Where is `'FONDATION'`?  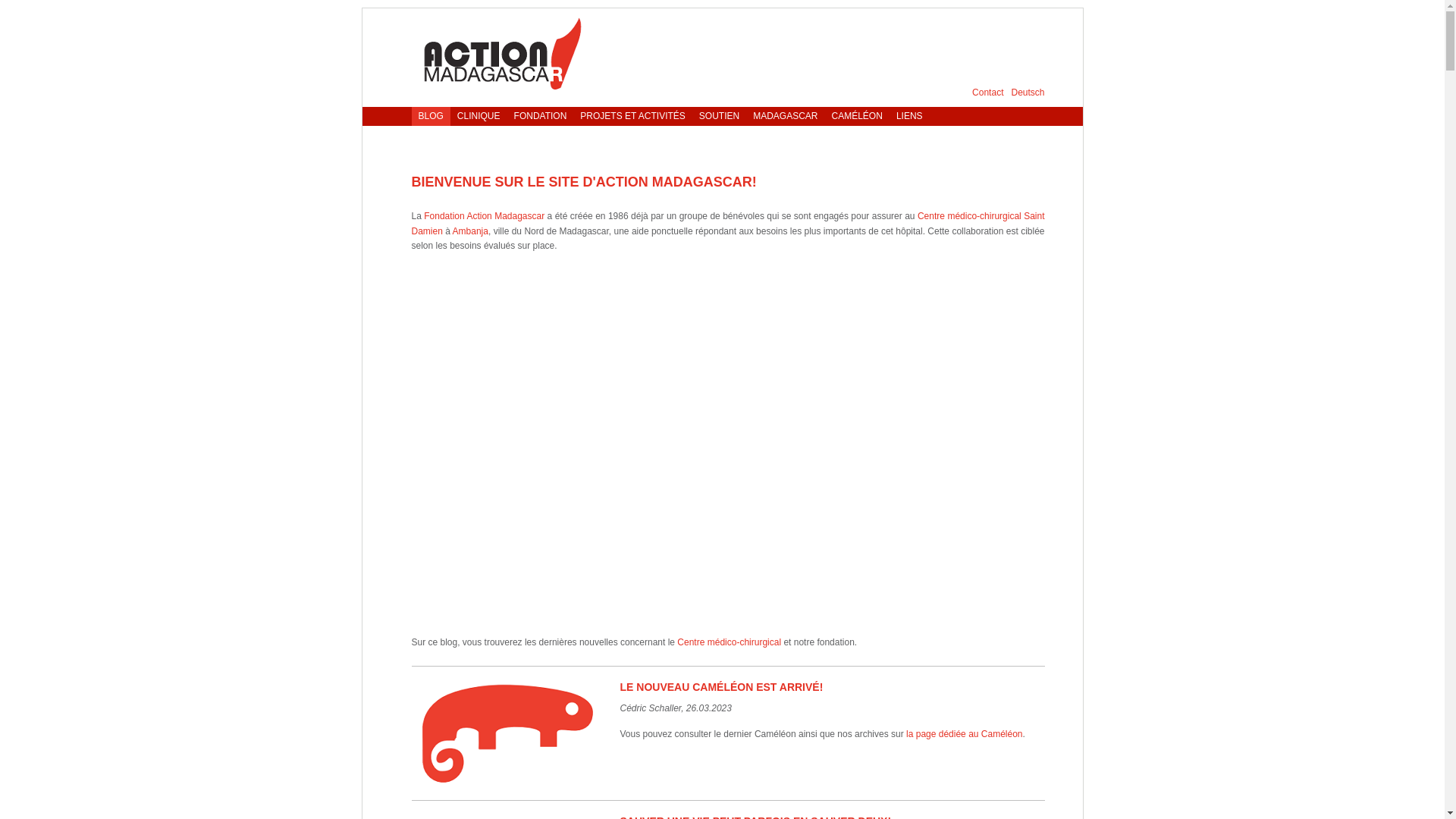
'FONDATION' is located at coordinates (541, 115).